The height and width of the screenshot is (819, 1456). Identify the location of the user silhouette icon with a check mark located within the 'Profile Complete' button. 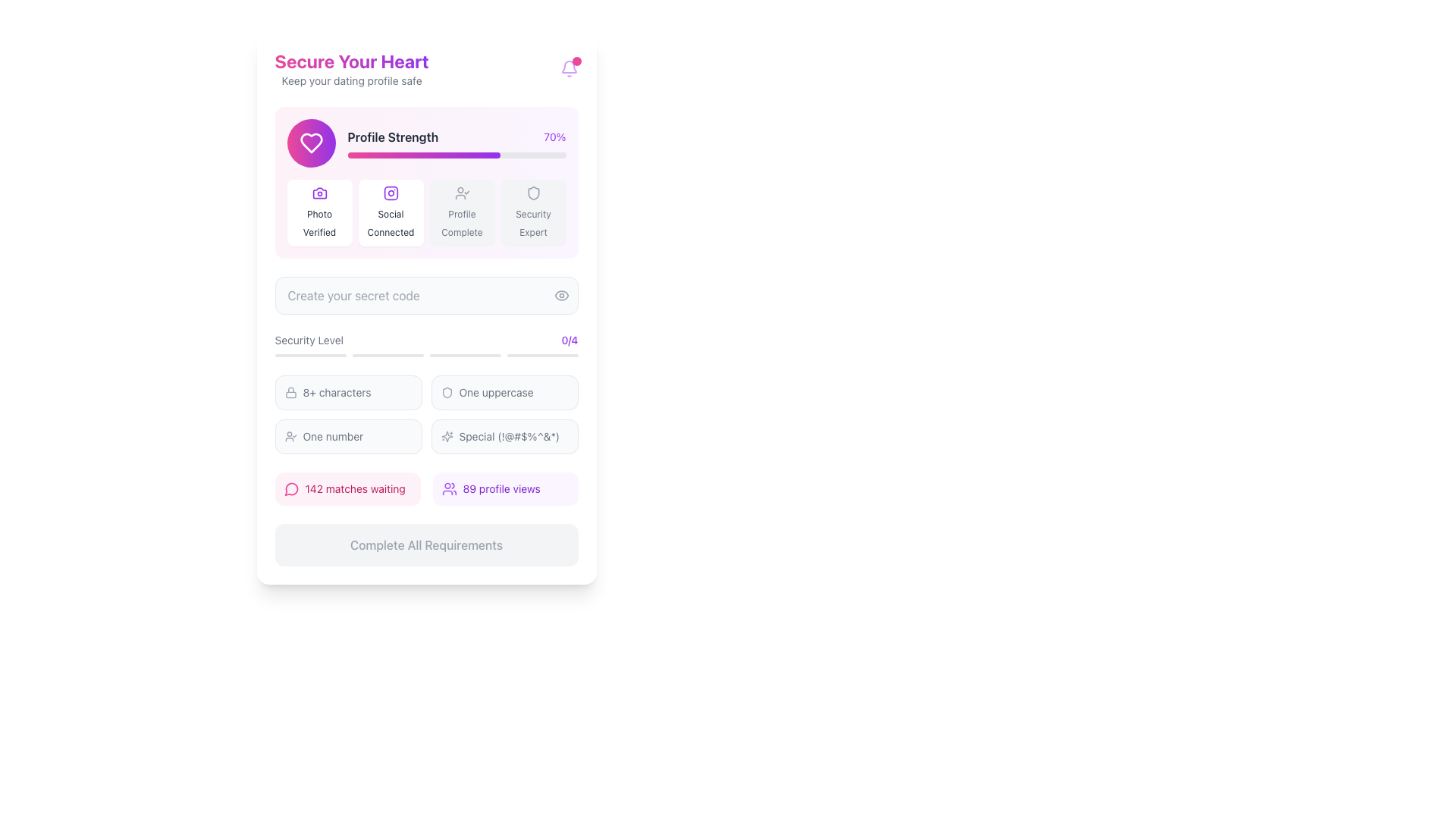
(461, 192).